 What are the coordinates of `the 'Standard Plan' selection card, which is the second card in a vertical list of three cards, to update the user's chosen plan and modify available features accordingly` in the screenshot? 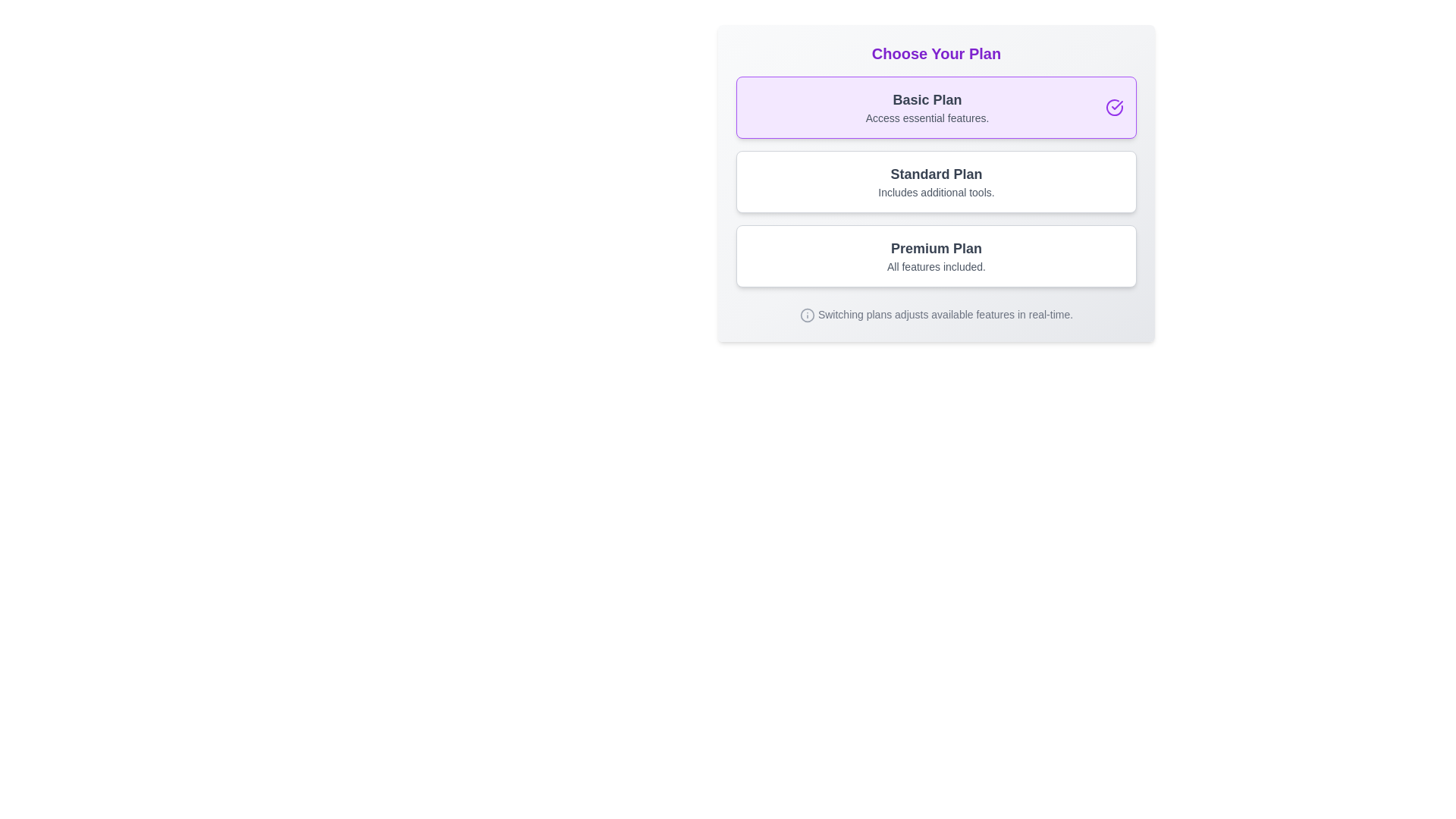 It's located at (935, 183).